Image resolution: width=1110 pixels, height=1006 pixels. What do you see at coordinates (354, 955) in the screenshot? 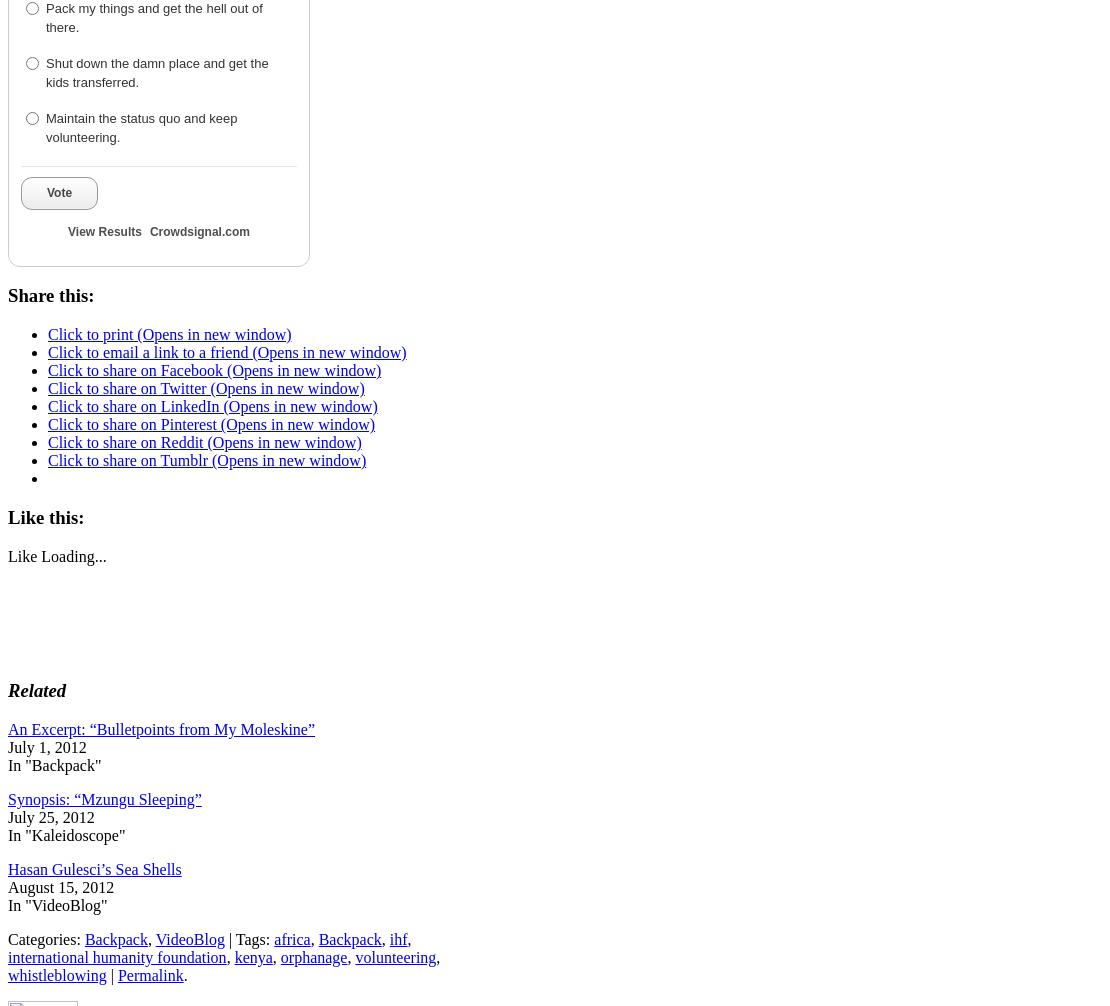
I see `'volunteering'` at bounding box center [354, 955].